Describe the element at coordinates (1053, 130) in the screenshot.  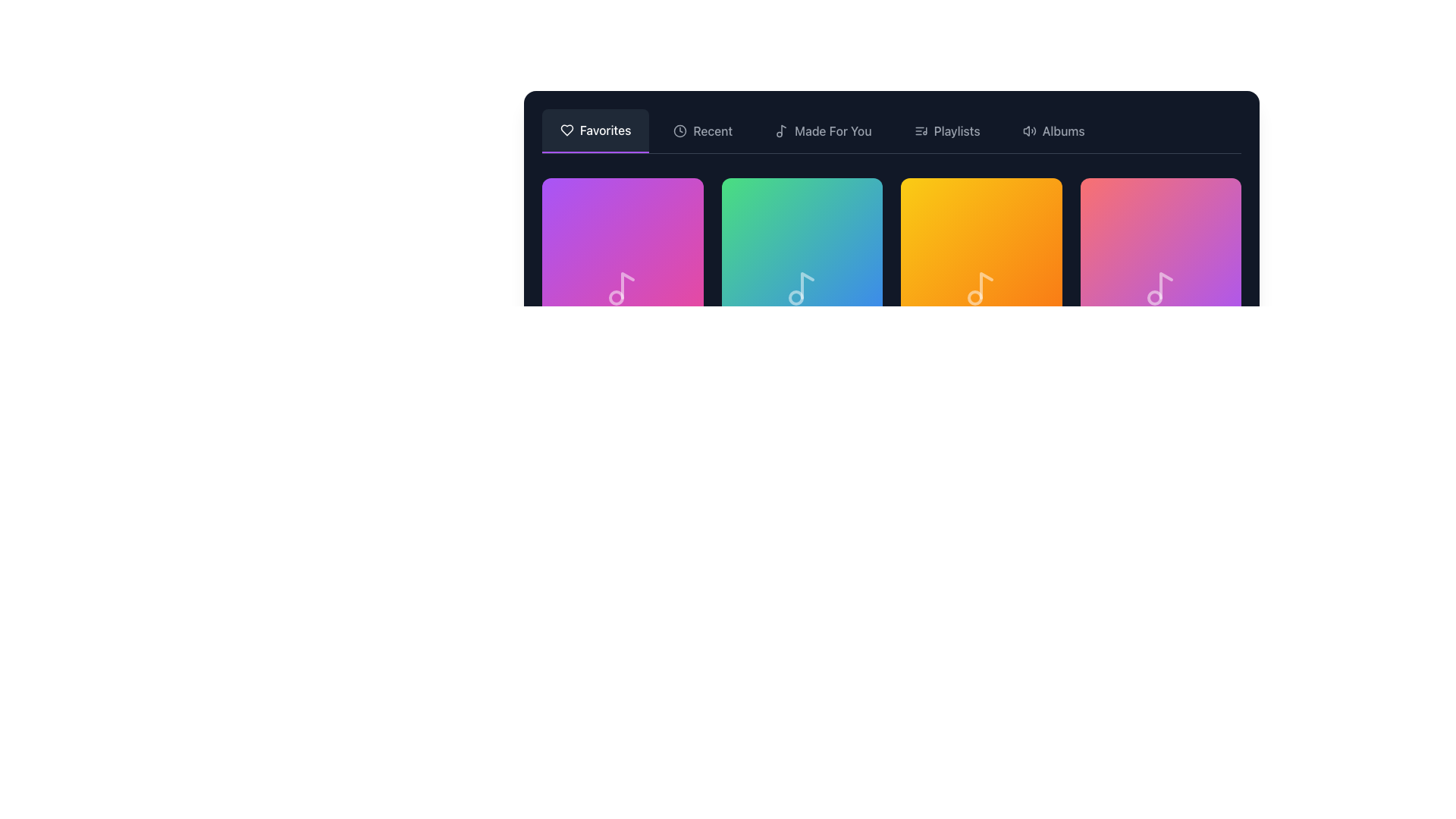
I see `the 'Albums' tab in the horizontal navigation bar to activate its hover effects, which include changes in background and font color` at that location.